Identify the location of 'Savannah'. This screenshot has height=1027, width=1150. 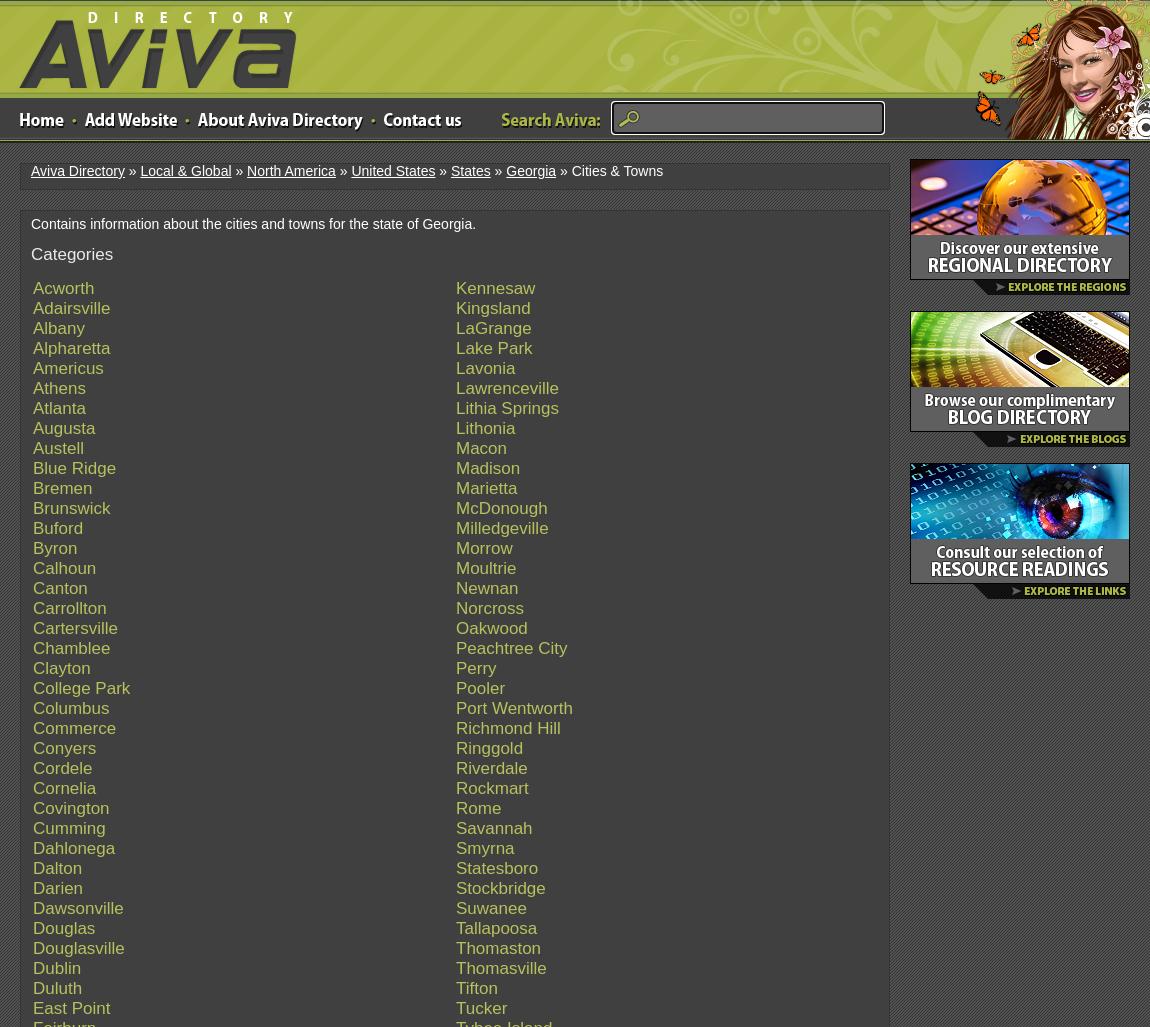
(494, 828).